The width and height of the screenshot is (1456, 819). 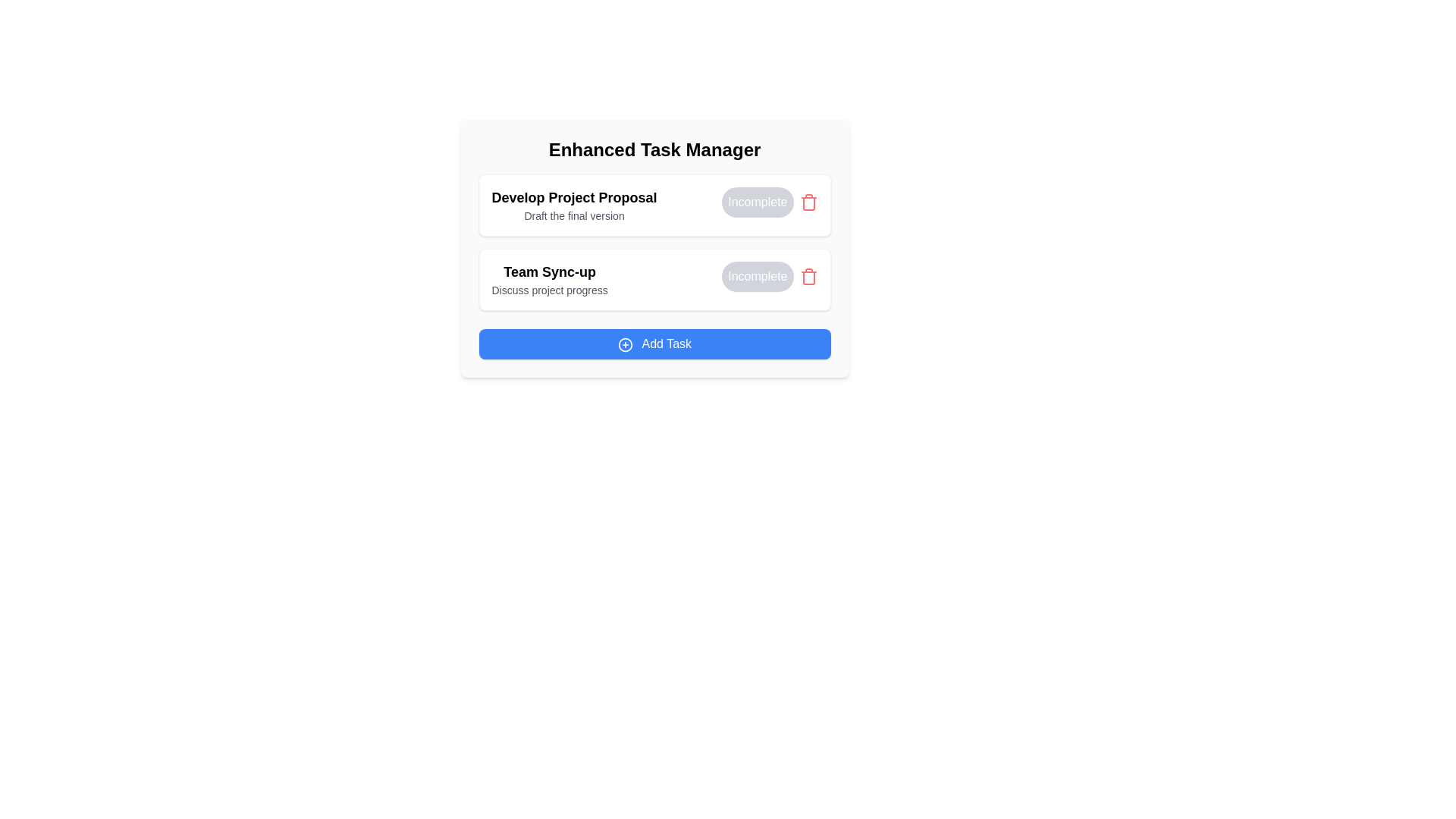 What do you see at coordinates (626, 344) in the screenshot?
I see `the SVG circle element that is part of the 'Add Task' button, which features a circular outline and a smaller inner circle filled with color` at bounding box center [626, 344].